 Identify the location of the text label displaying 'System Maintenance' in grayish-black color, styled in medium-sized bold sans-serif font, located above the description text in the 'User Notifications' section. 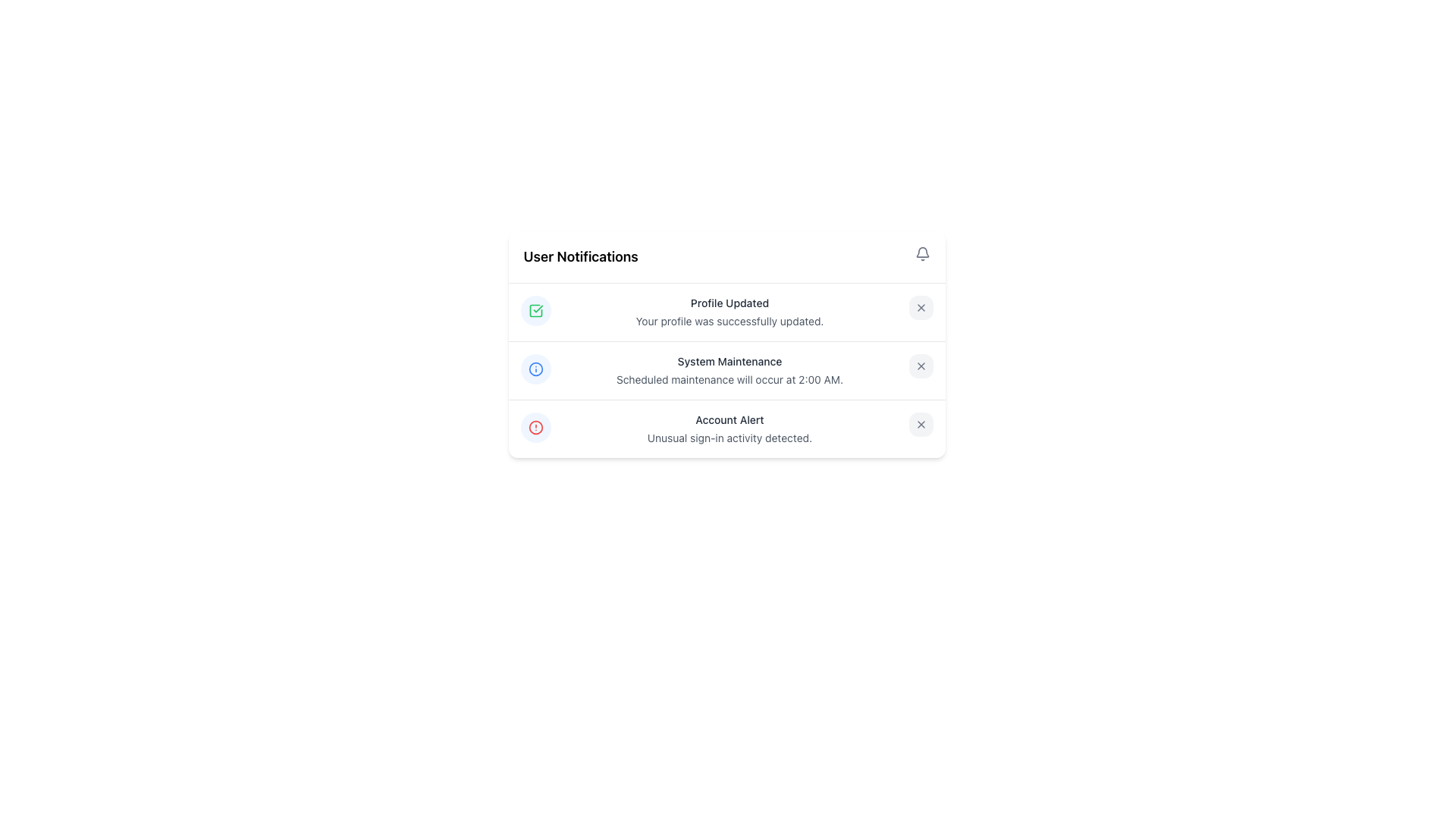
(730, 362).